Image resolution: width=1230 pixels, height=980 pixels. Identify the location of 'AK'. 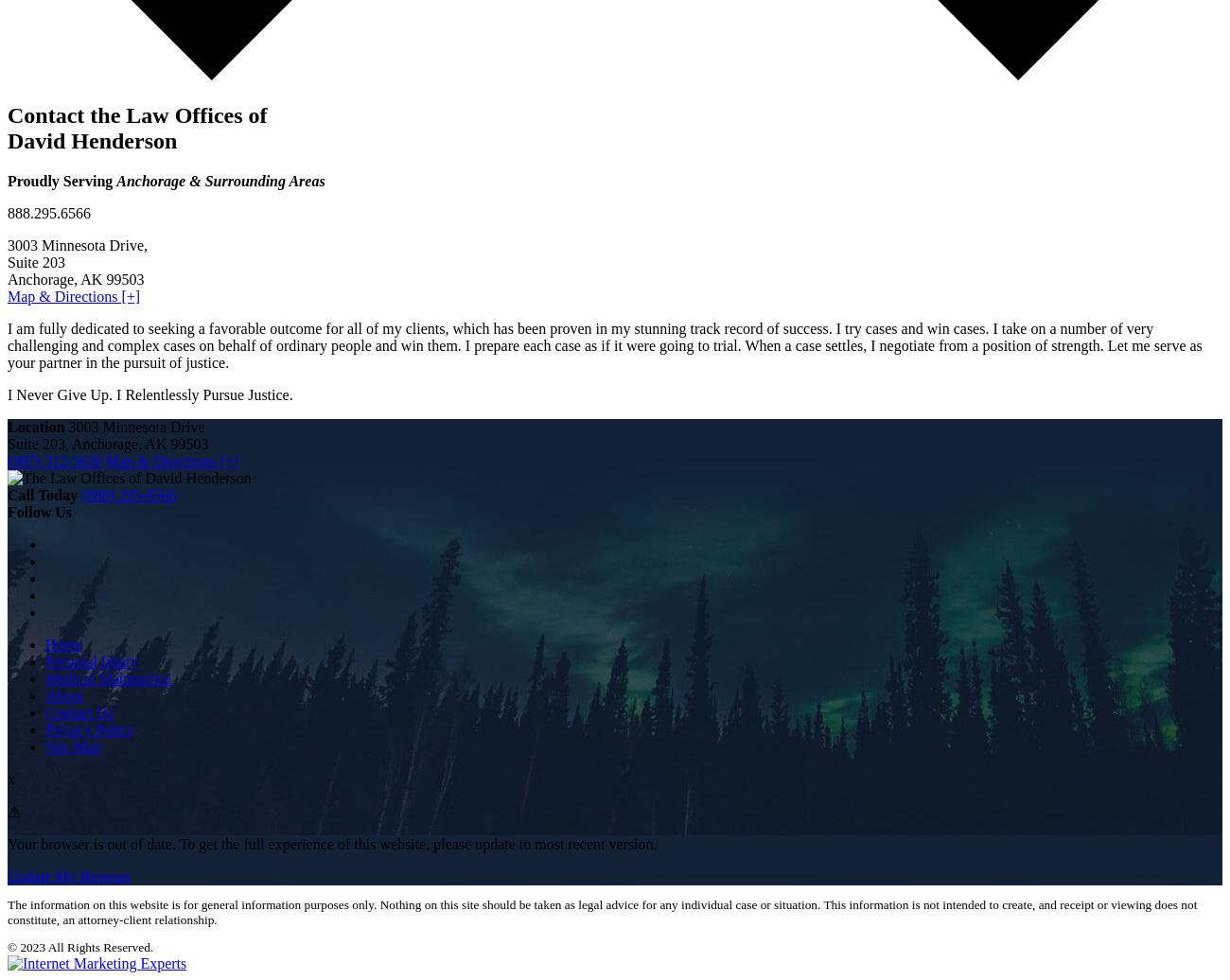
(144, 443).